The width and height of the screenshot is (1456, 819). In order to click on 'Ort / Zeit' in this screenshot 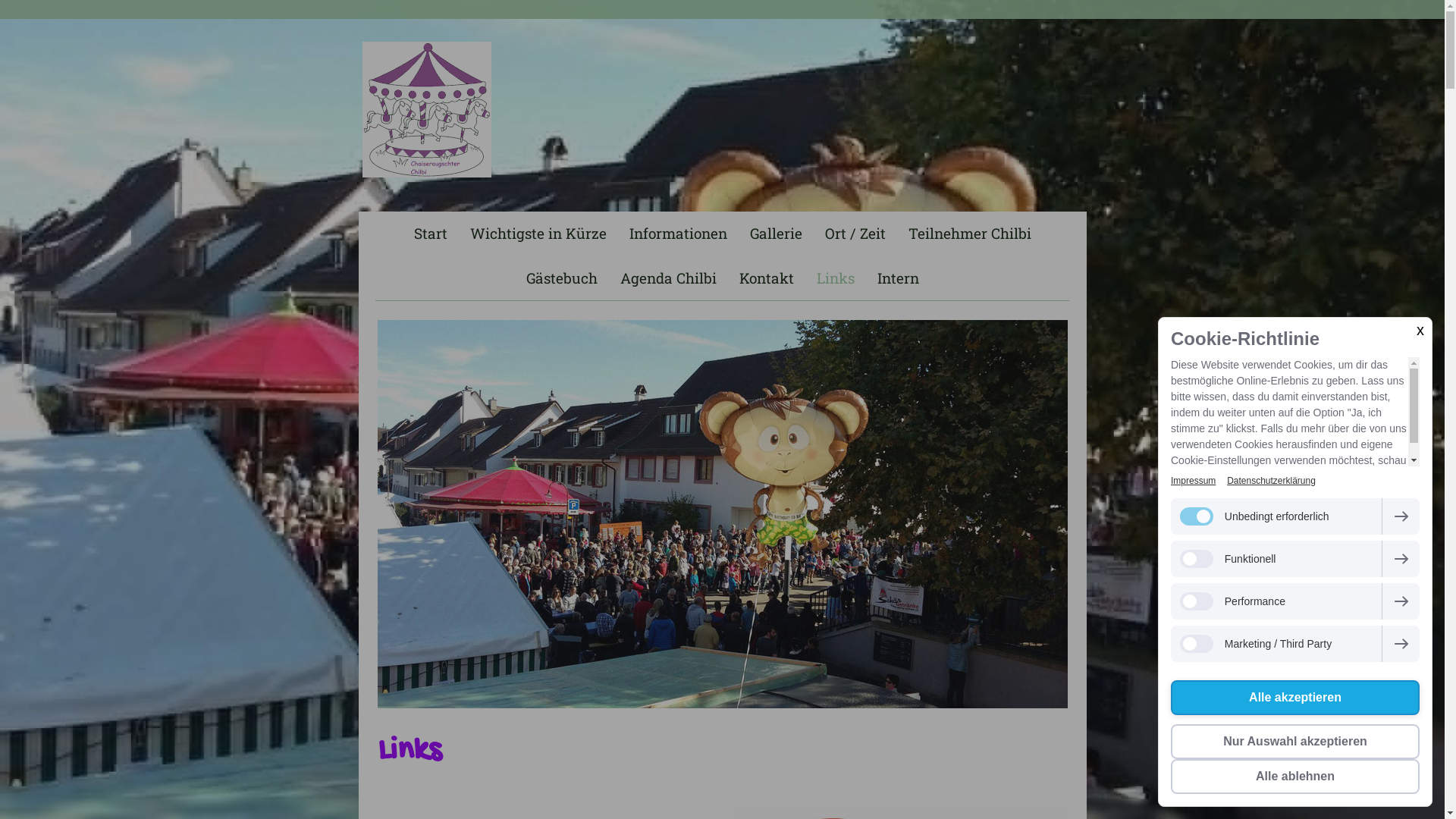, I will do `click(855, 234)`.